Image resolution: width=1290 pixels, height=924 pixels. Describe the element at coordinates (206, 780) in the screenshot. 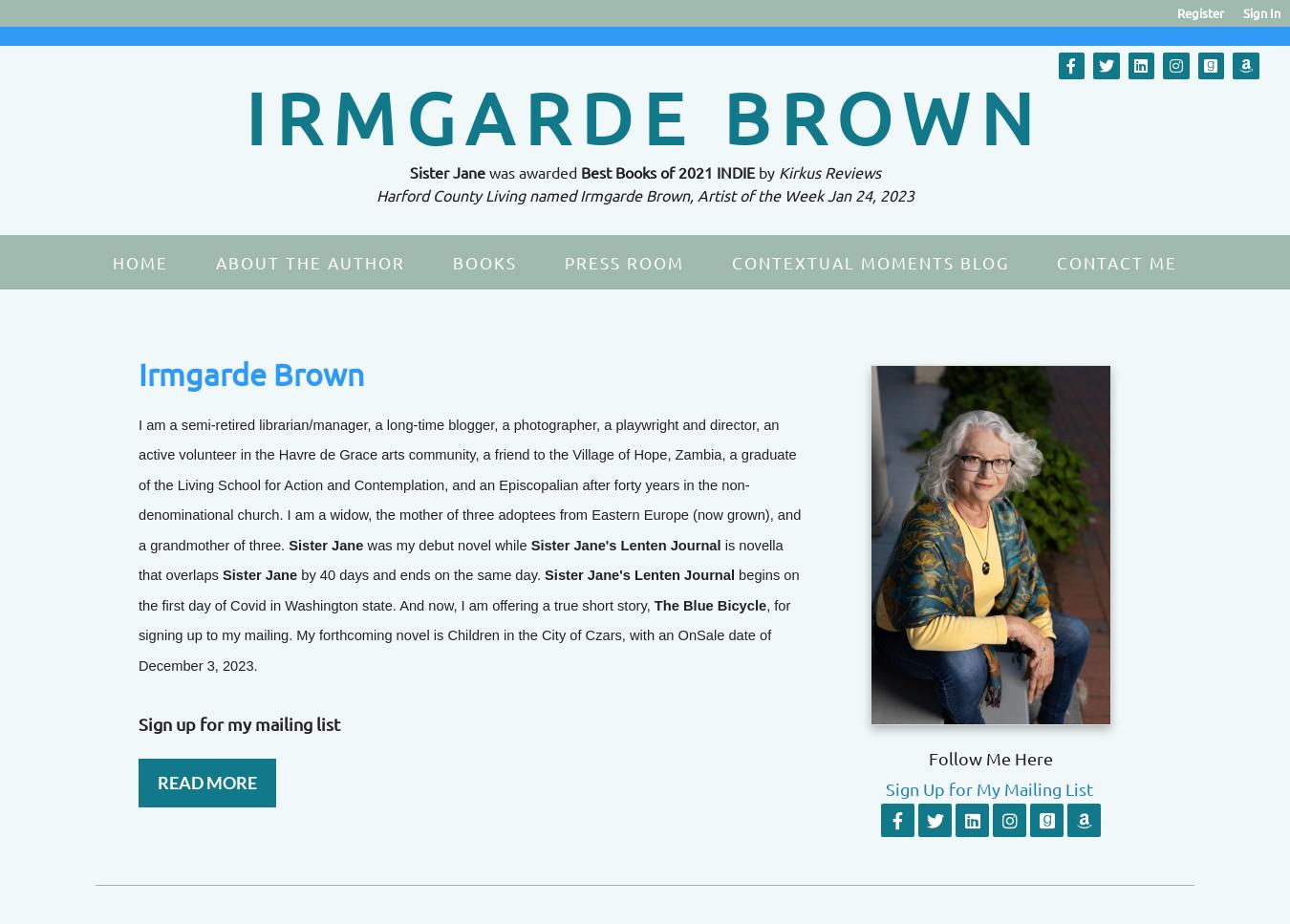

I see `'Read More'` at that location.